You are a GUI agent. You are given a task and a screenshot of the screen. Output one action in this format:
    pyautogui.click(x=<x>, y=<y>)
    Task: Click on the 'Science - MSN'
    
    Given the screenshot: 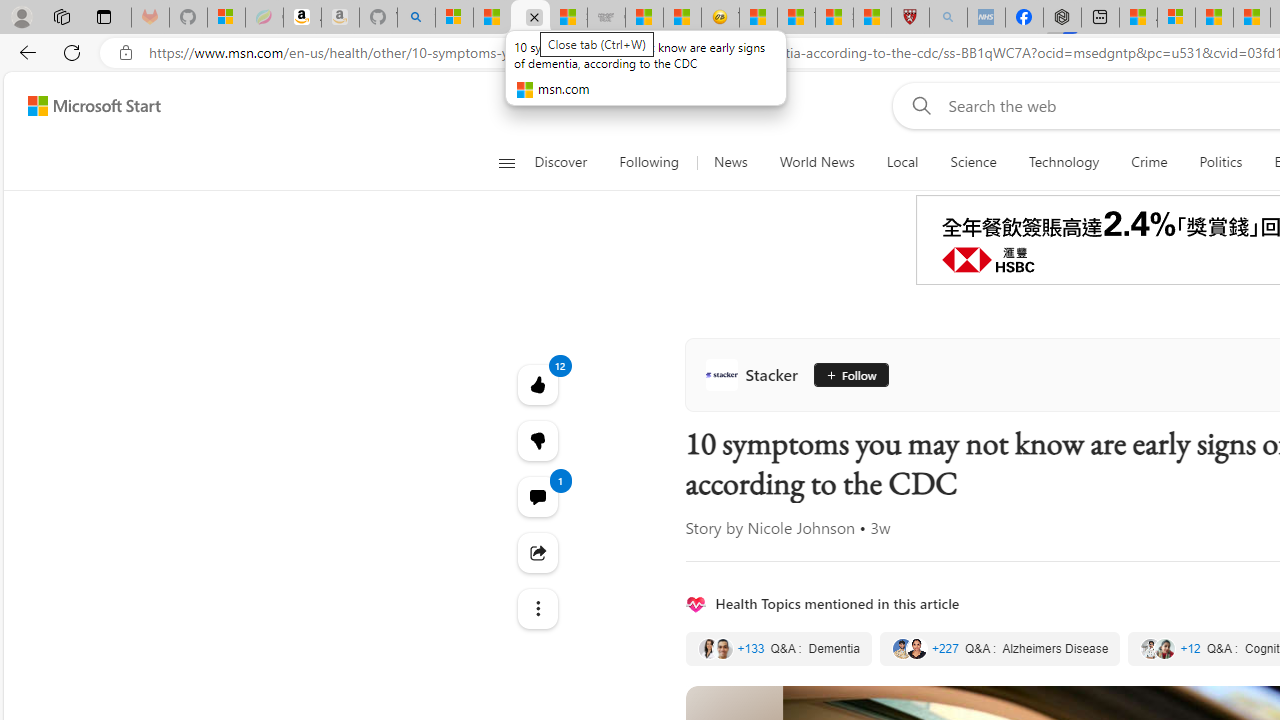 What is the action you would take?
    pyautogui.click(x=833, y=17)
    